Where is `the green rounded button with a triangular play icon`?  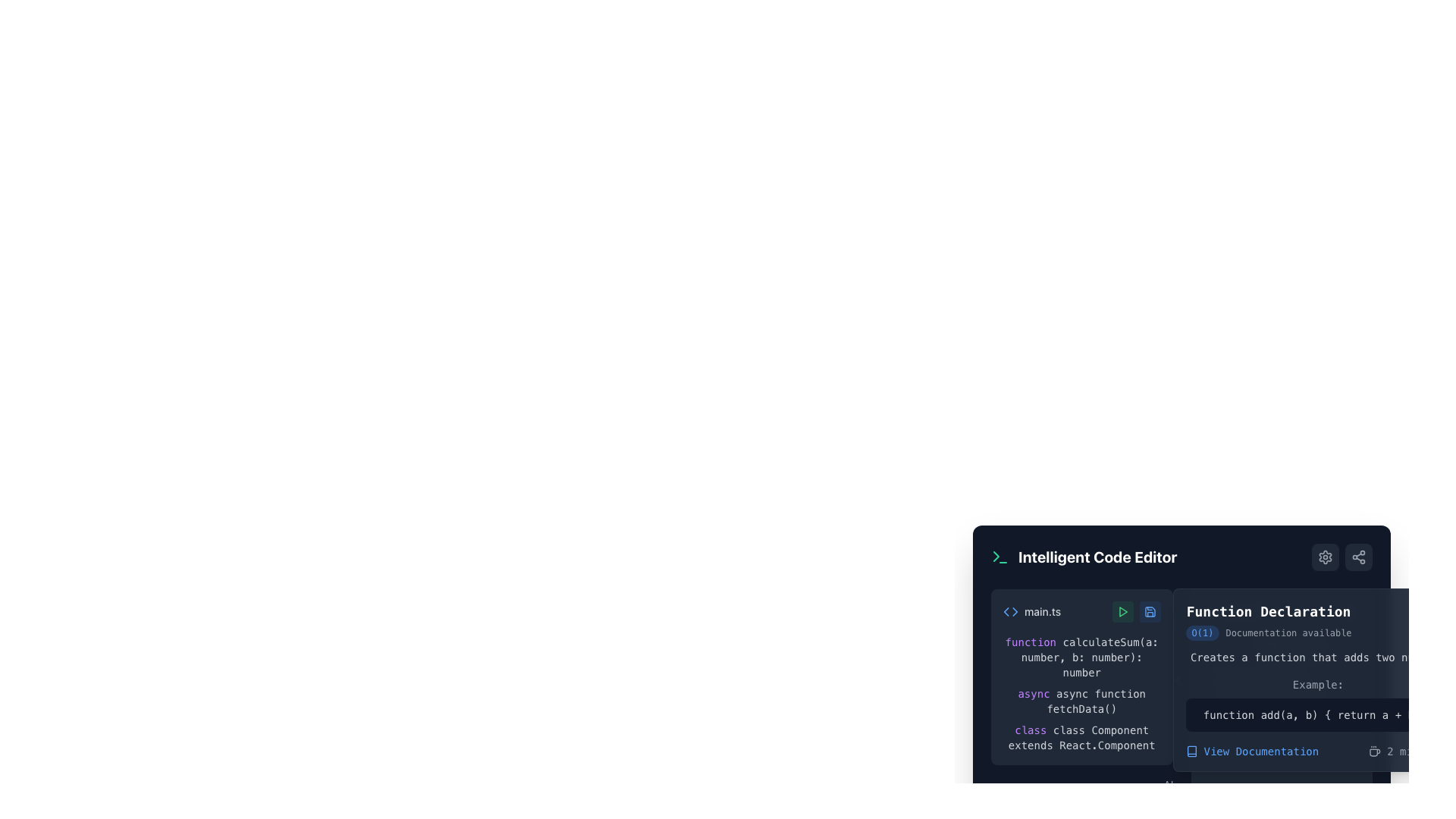 the green rounded button with a triangular play icon is located at coordinates (1122, 610).